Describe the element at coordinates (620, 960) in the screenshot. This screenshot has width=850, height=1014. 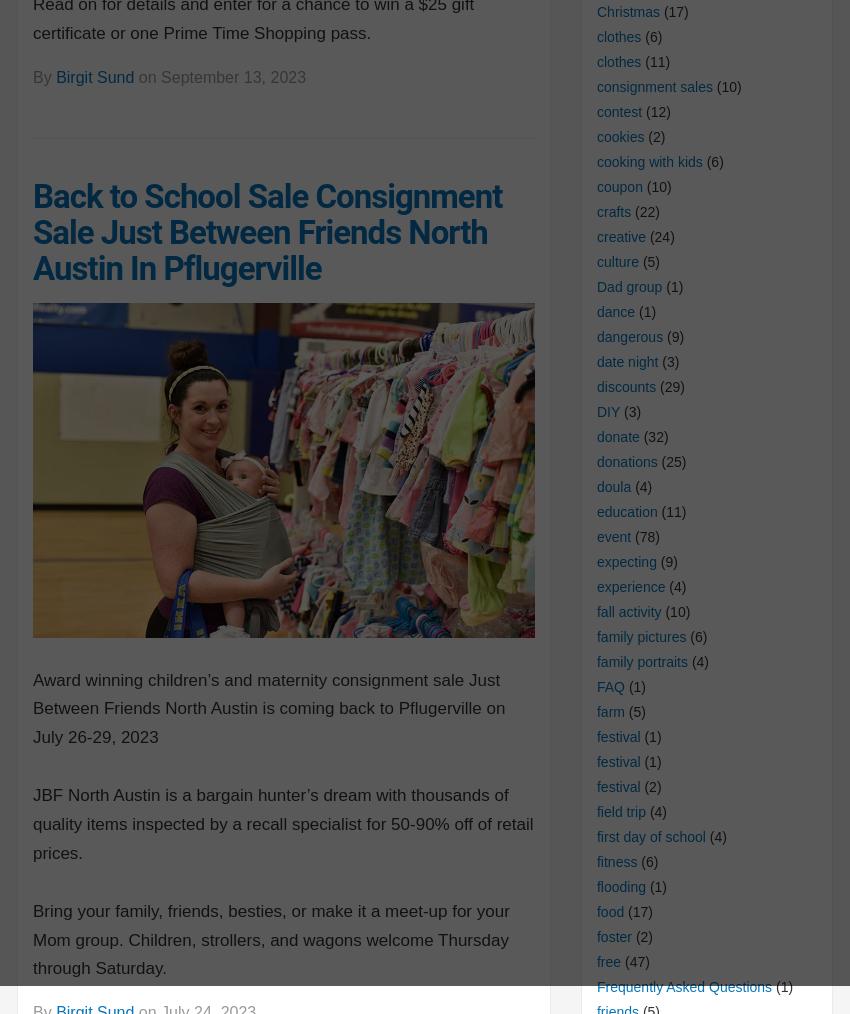
I see `'(47)'` at that location.